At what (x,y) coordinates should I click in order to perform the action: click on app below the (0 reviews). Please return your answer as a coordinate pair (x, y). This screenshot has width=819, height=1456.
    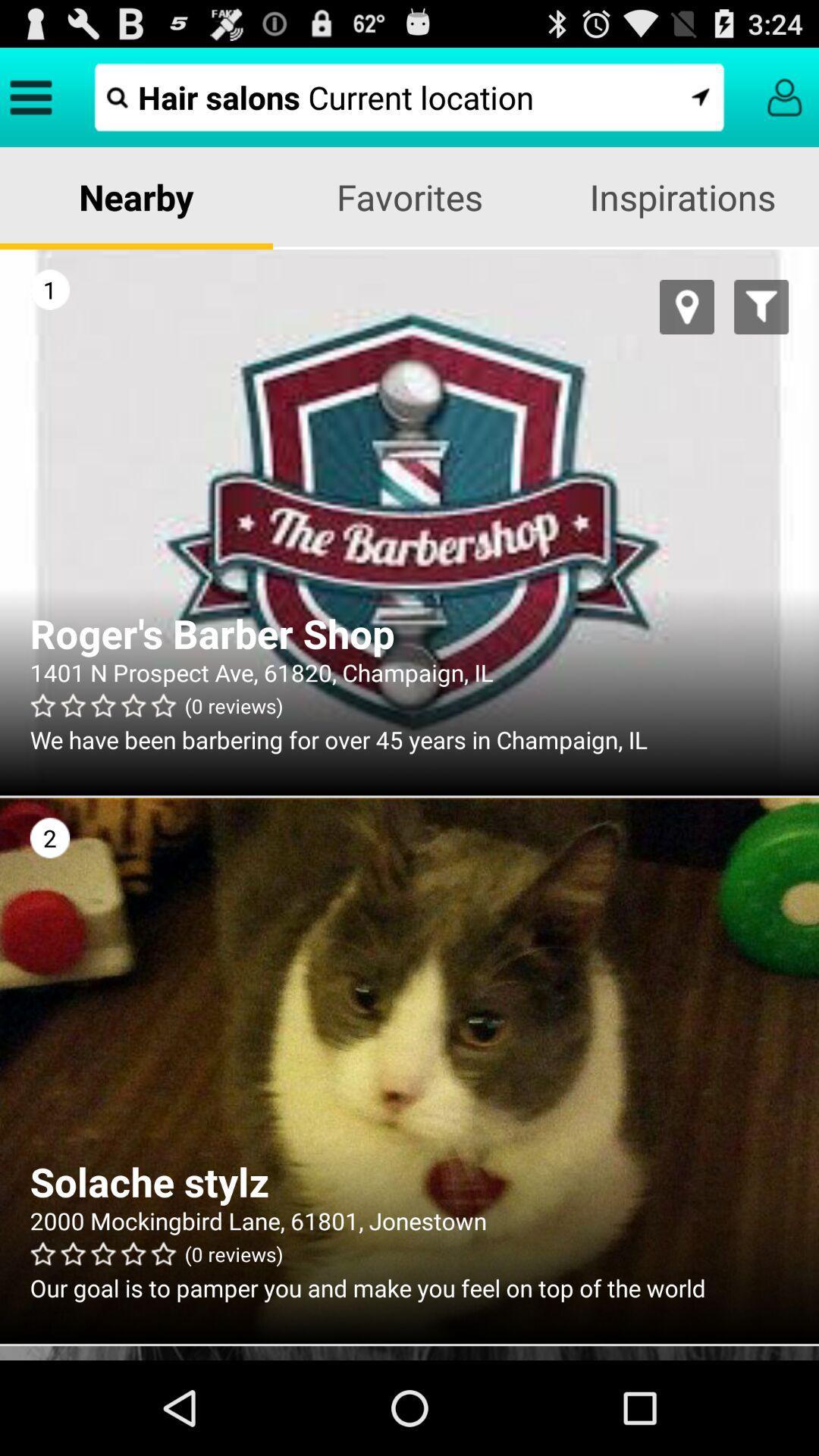
    Looking at the image, I should click on (409, 1287).